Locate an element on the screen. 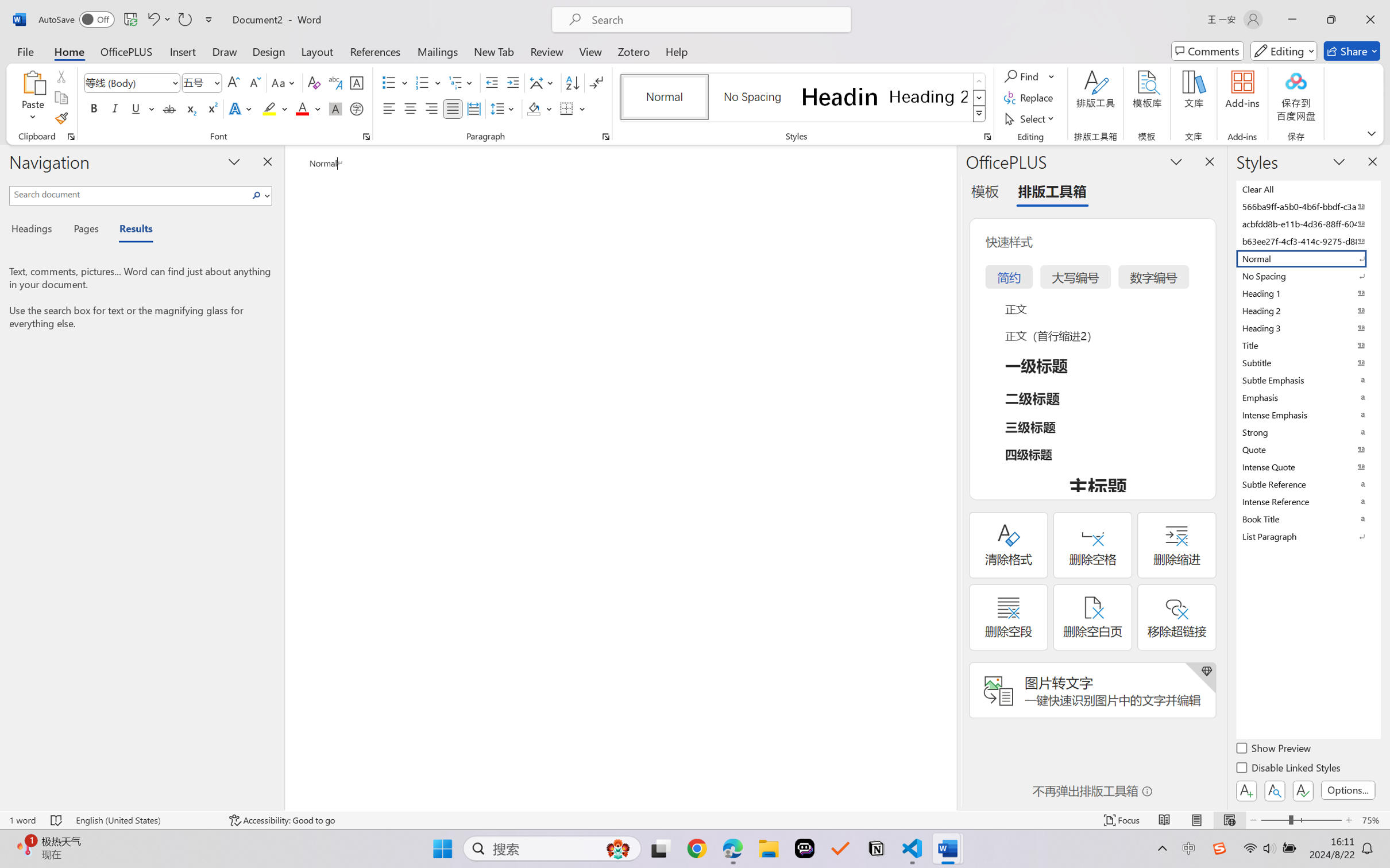 This screenshot has height=868, width=1390. 'Subtitle' is located at coordinates (1307, 362).